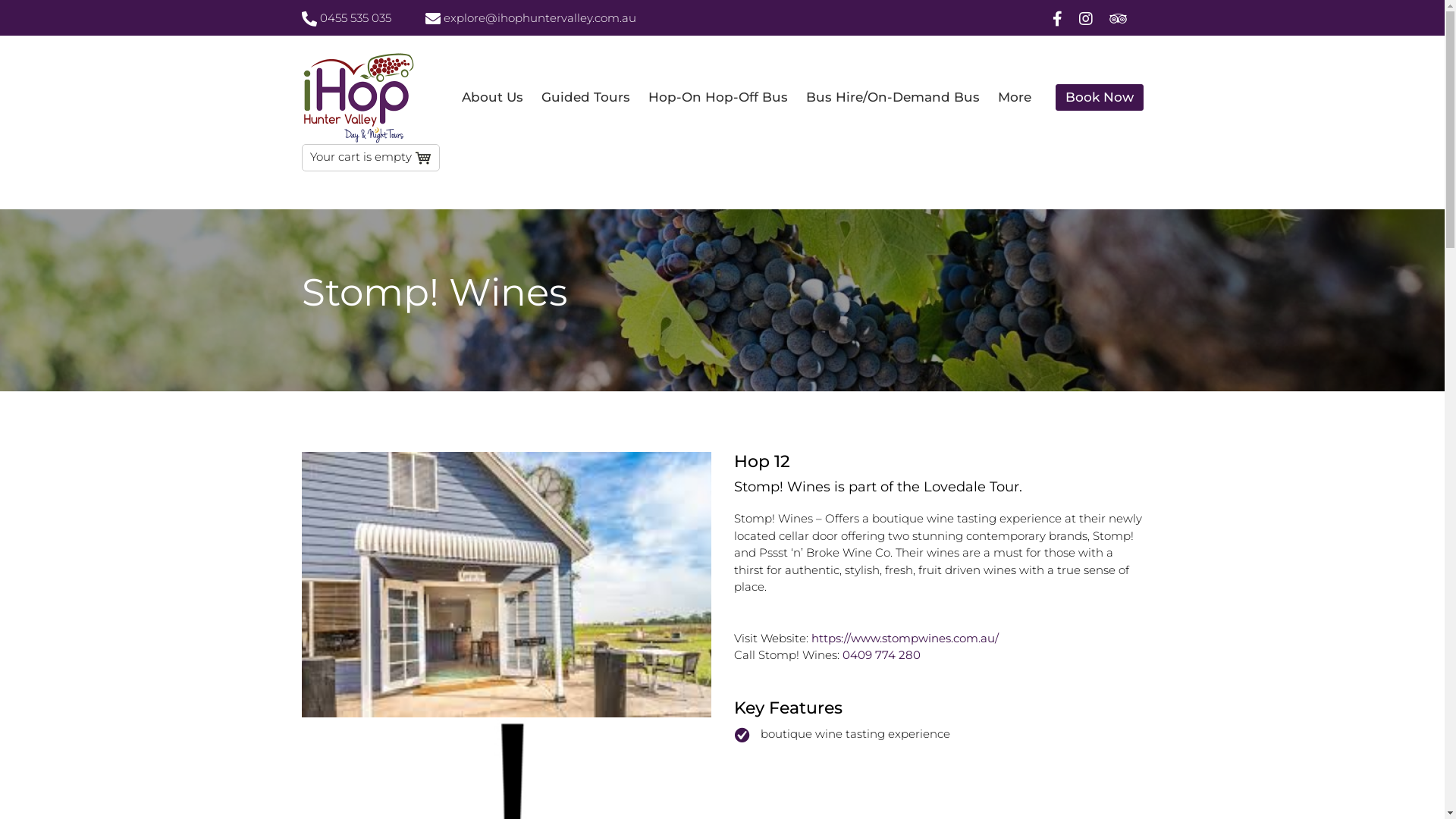 This screenshot has width=1456, height=819. I want to click on 'explore@ihophuntervalley.com.au', so click(530, 18).